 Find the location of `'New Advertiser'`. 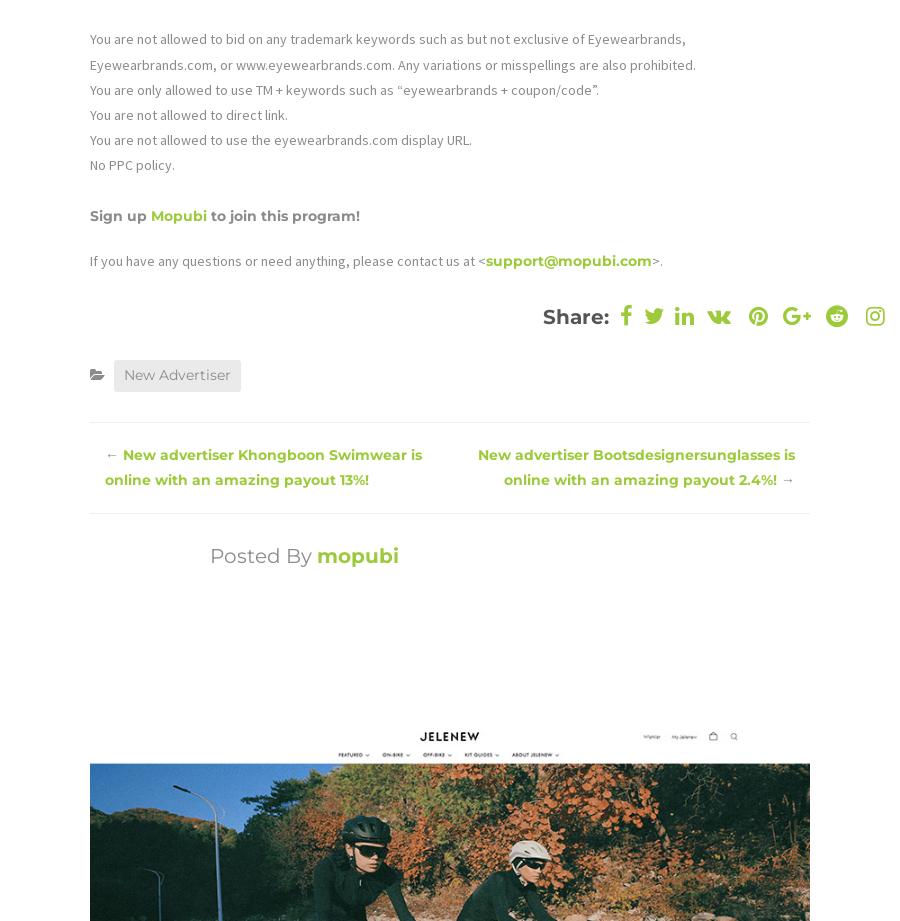

'New Advertiser' is located at coordinates (124, 375).